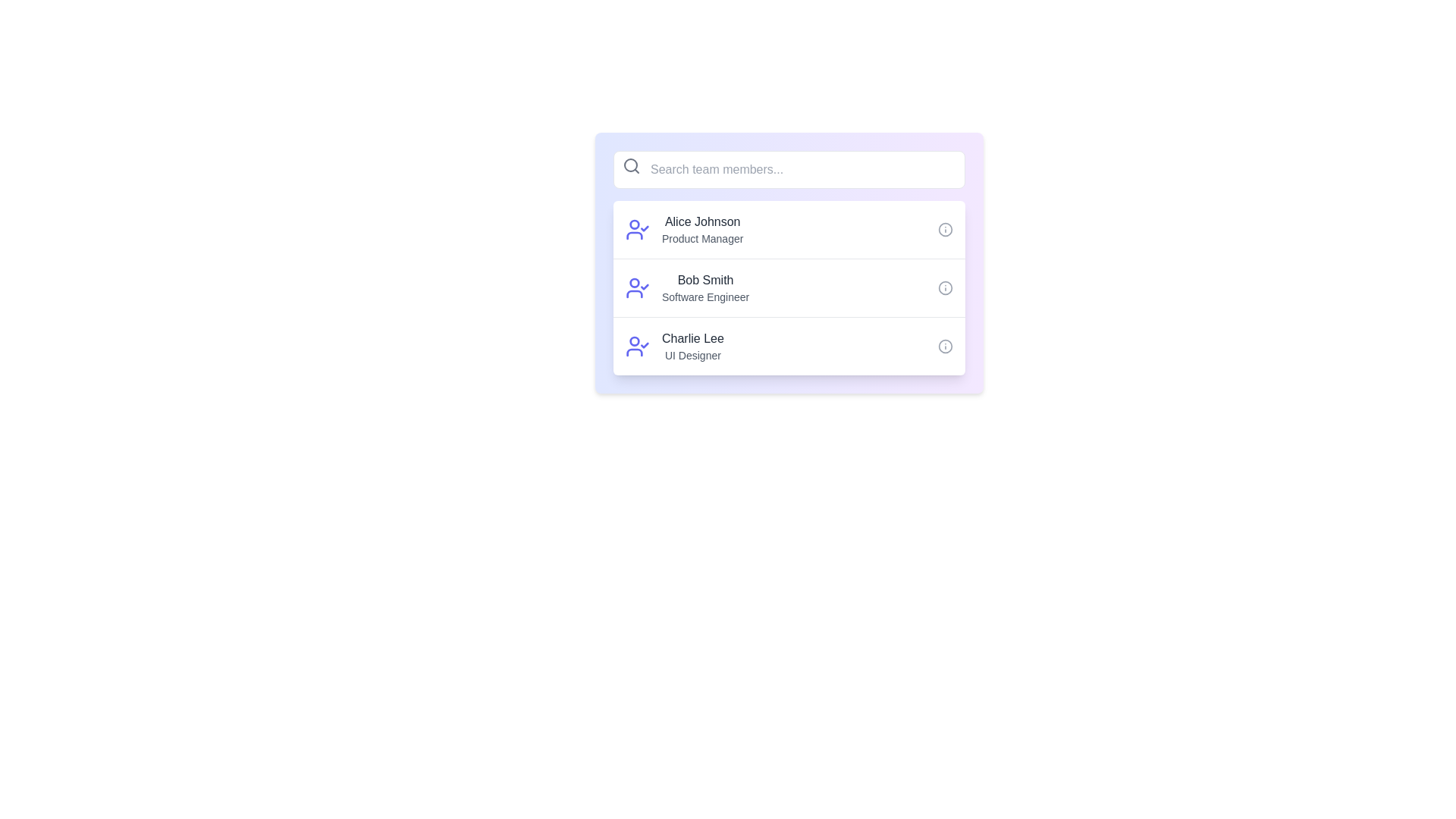 This screenshot has width=1456, height=819. I want to click on static text displaying the name of the team member, which is the first line of text within the third entry in the list of team members, located below 'Bob Smith, Software Engineer', so click(692, 338).